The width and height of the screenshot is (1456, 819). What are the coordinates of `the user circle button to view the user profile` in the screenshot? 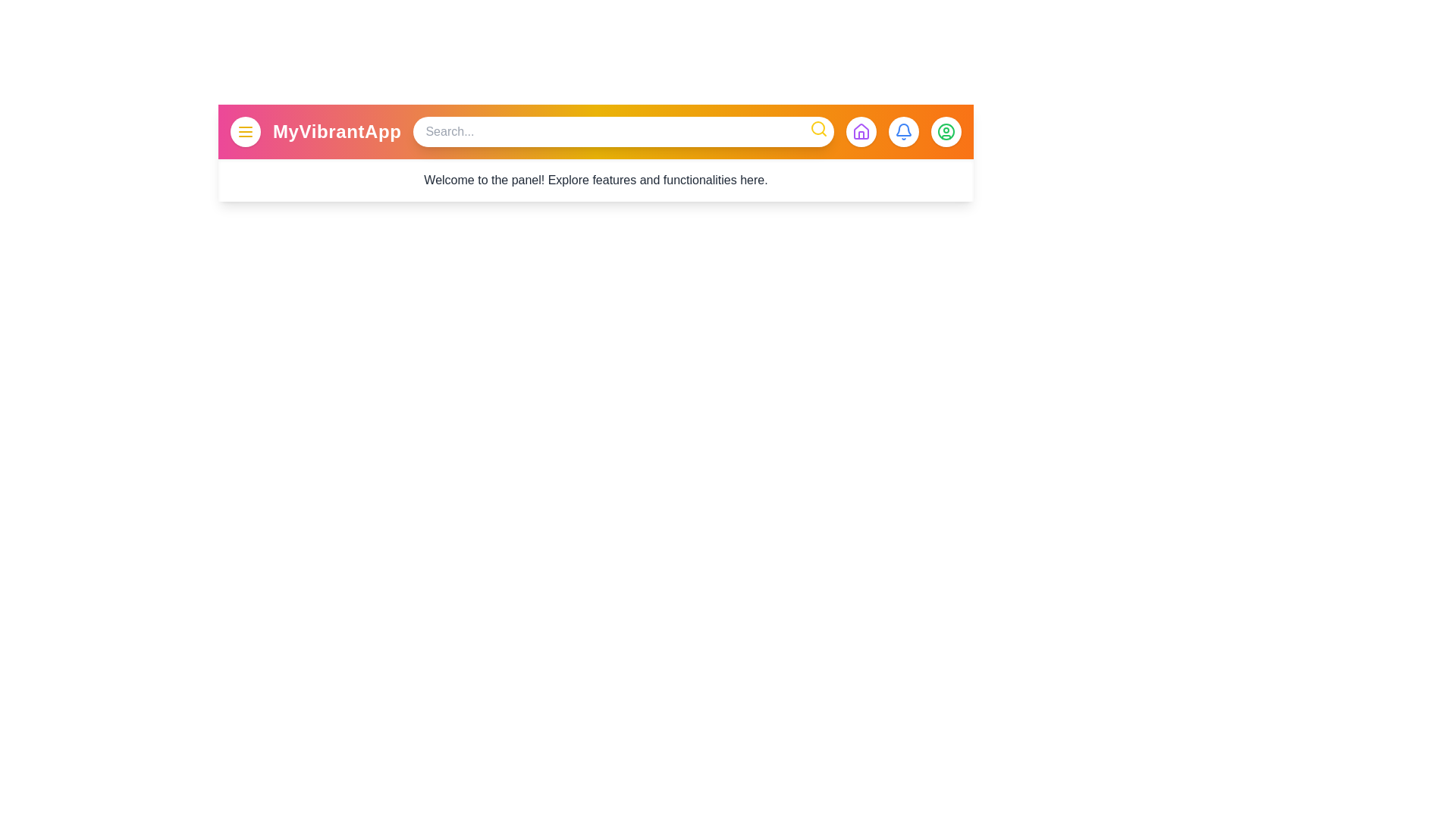 It's located at (946, 130).